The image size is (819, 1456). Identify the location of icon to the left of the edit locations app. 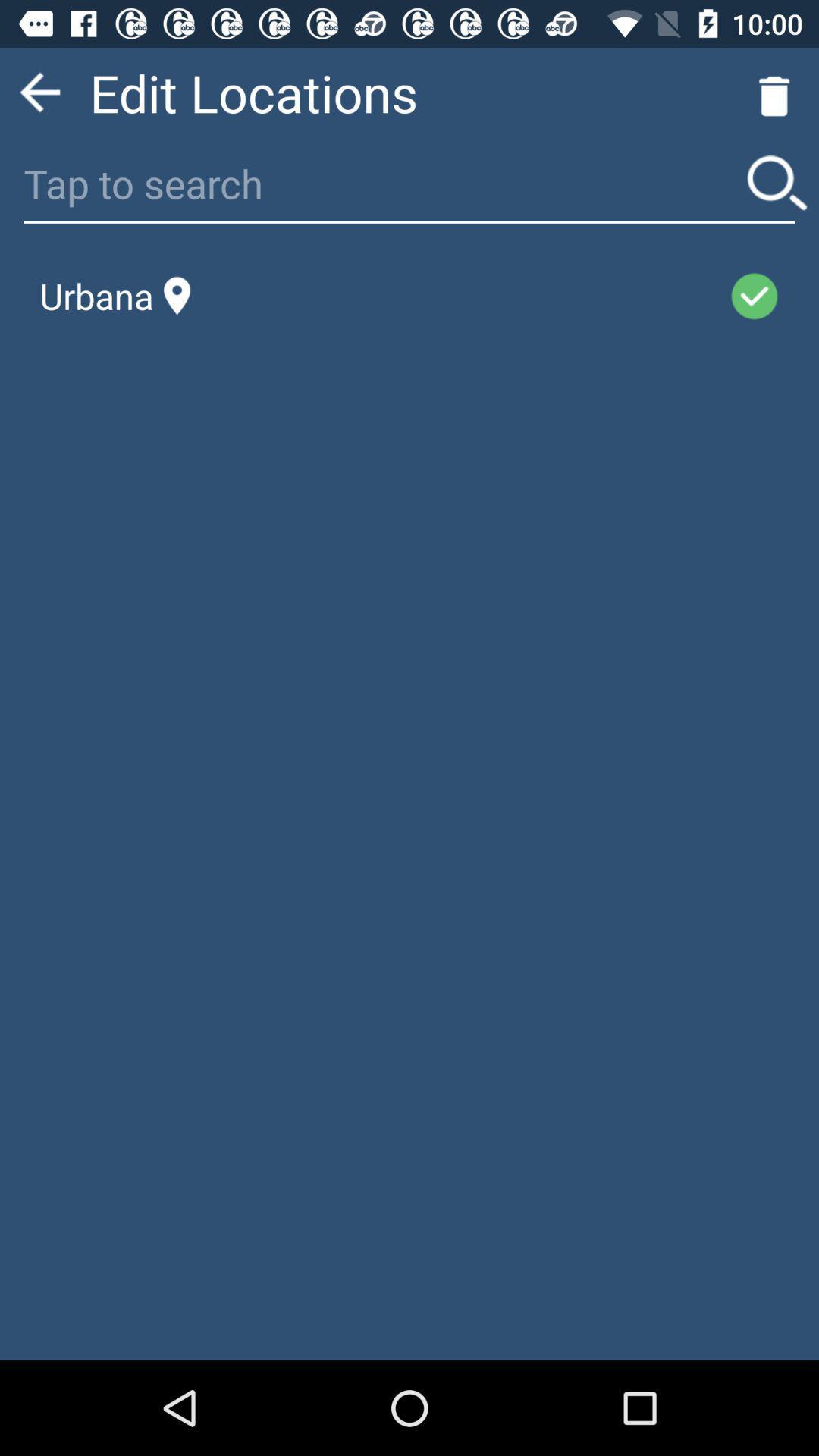
(39, 91).